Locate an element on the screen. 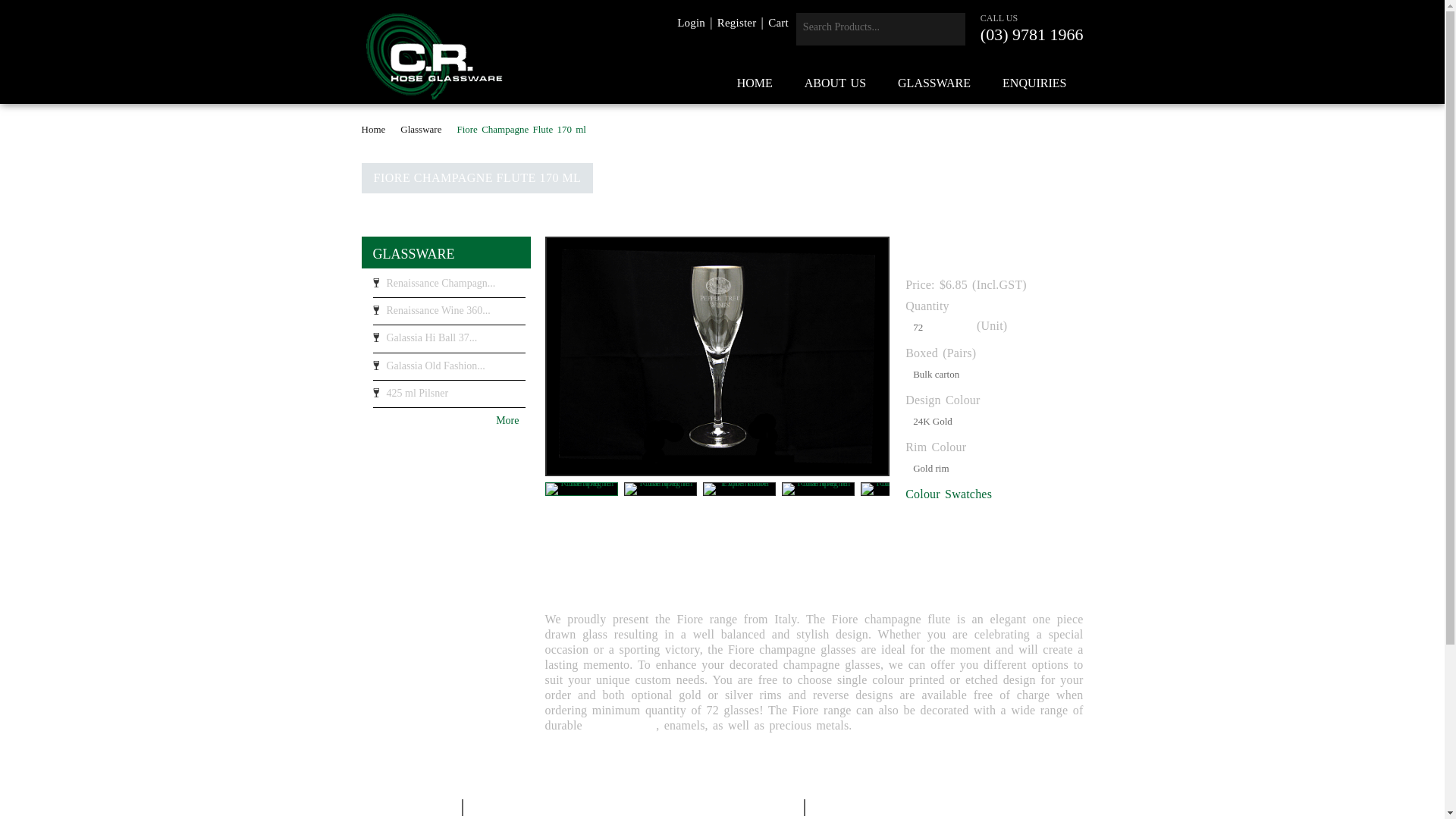 The height and width of the screenshot is (819, 1456). 'Galassia Old Fashion...' is located at coordinates (448, 370).